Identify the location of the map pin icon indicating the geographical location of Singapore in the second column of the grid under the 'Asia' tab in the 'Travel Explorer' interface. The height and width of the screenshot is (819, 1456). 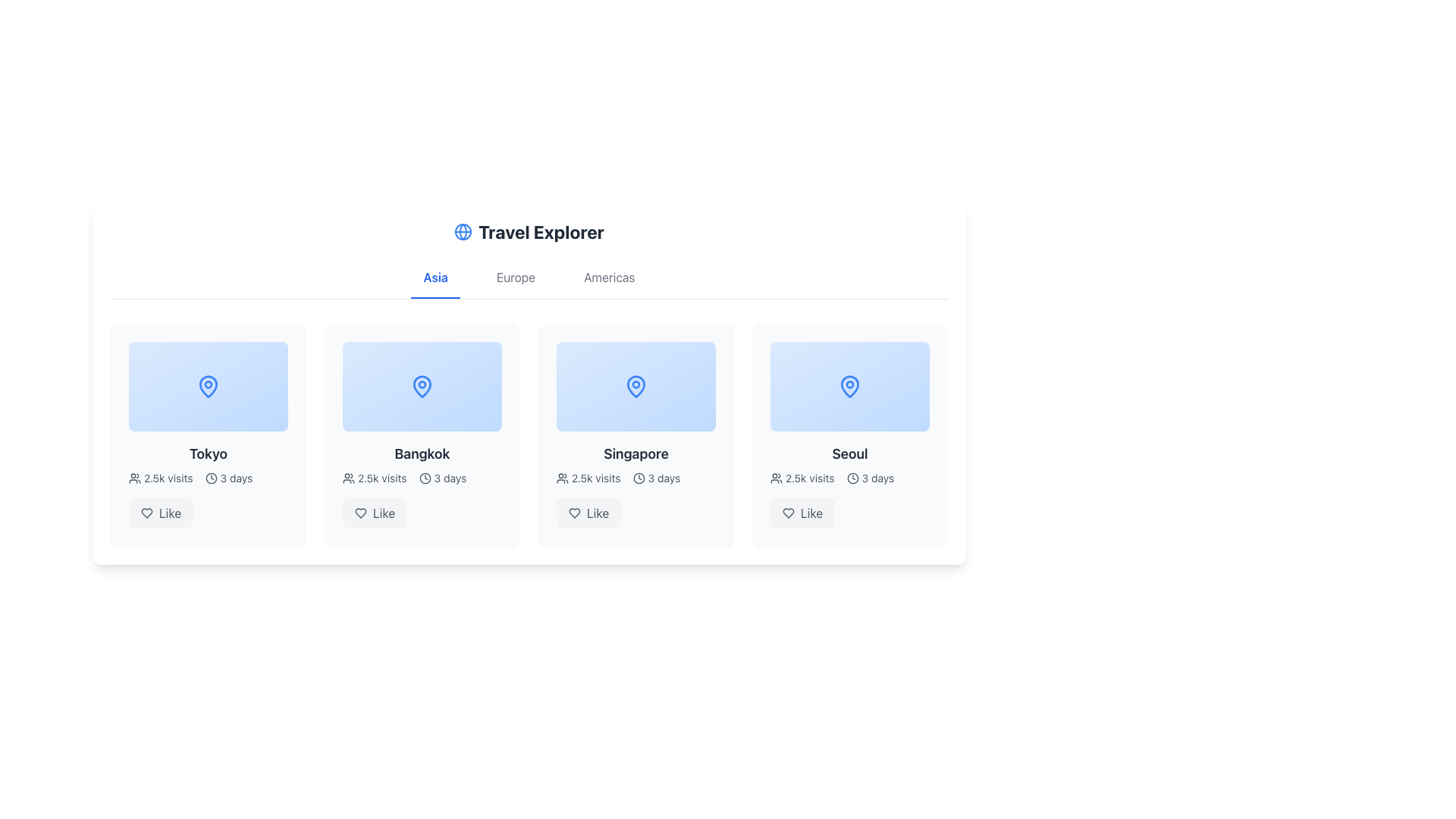
(636, 385).